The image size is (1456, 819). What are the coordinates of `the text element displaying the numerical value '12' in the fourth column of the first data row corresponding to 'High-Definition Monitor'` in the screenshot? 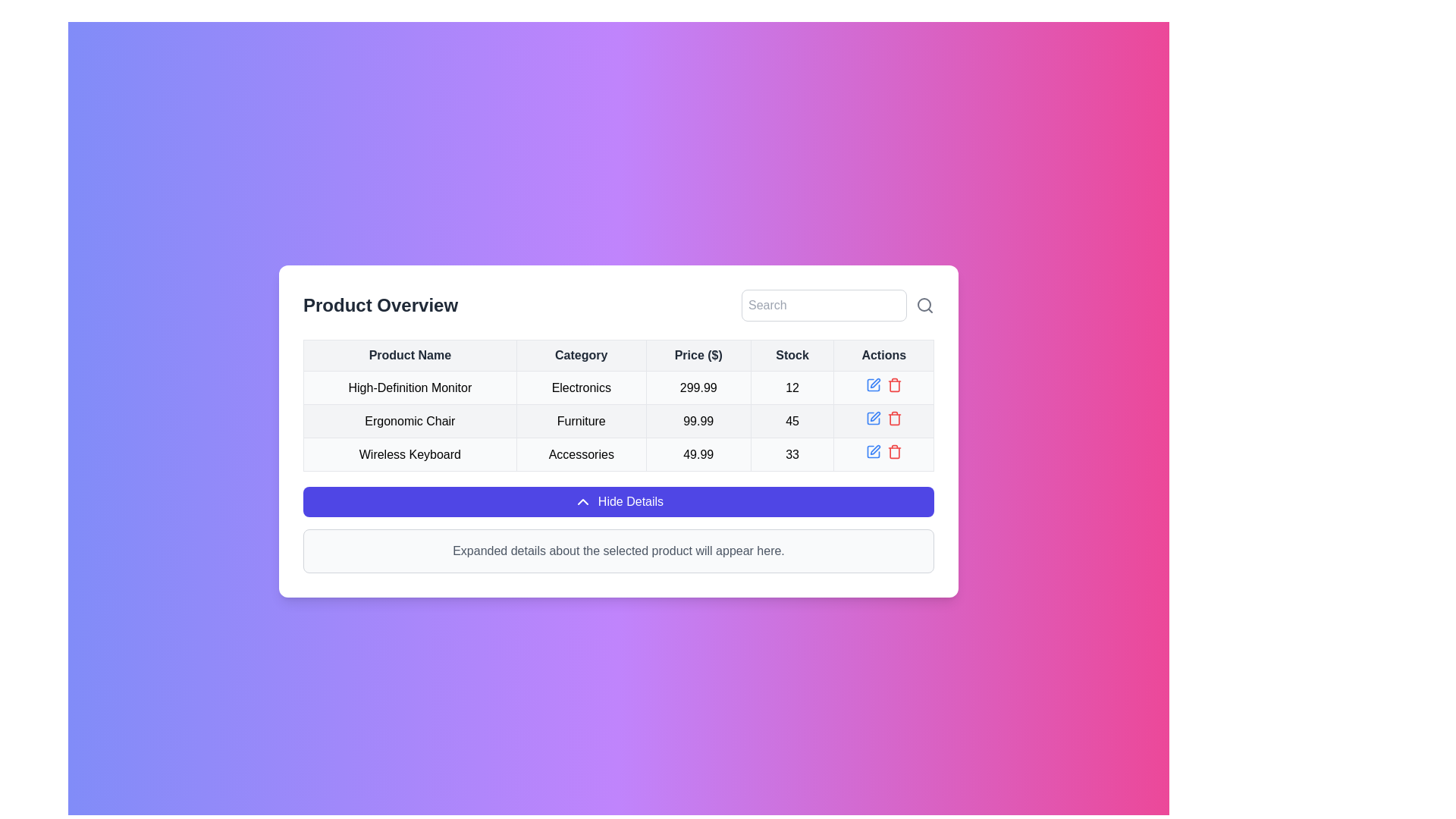 It's located at (792, 387).